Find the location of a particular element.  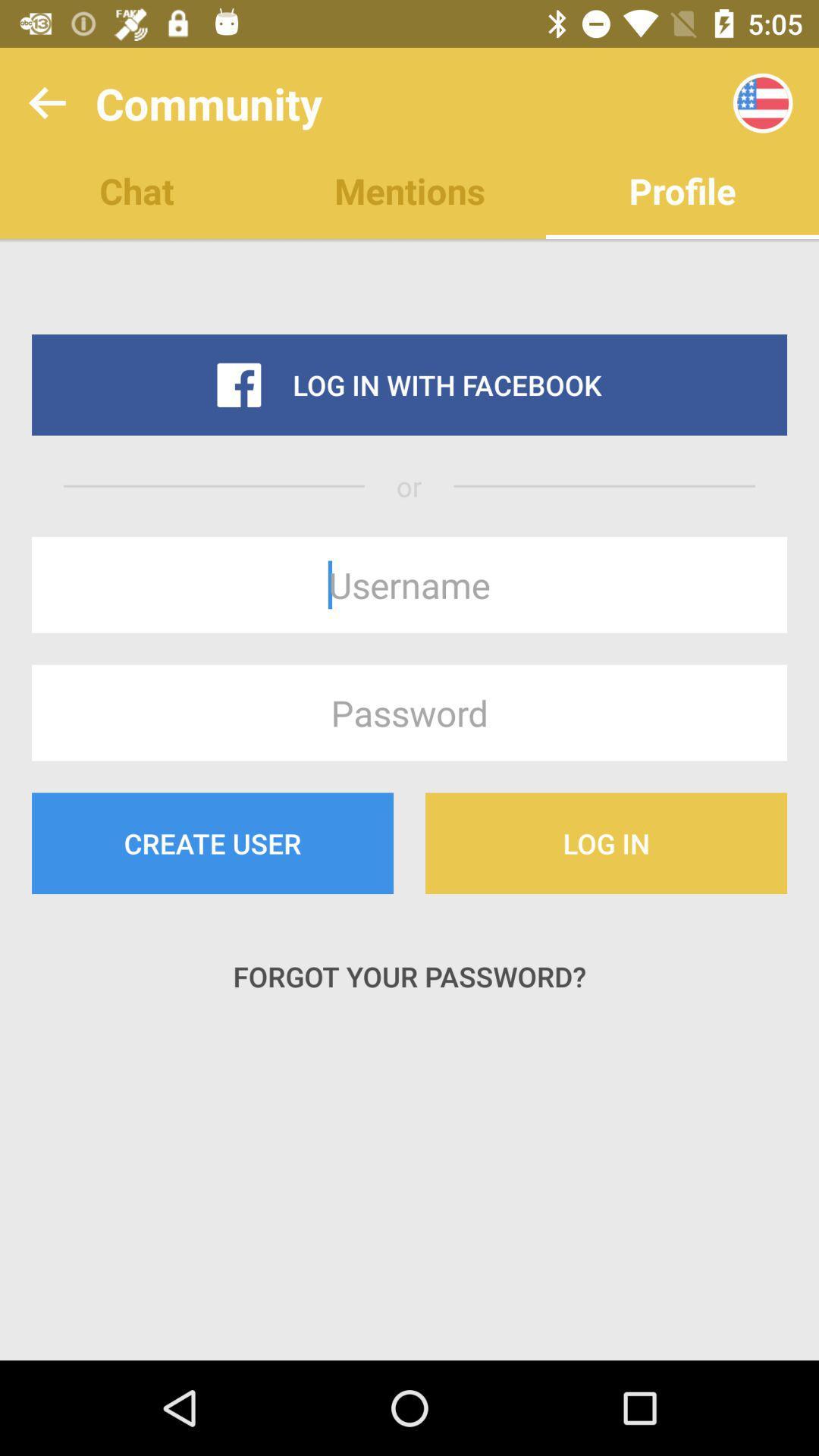

the item below or icon is located at coordinates (409, 584).